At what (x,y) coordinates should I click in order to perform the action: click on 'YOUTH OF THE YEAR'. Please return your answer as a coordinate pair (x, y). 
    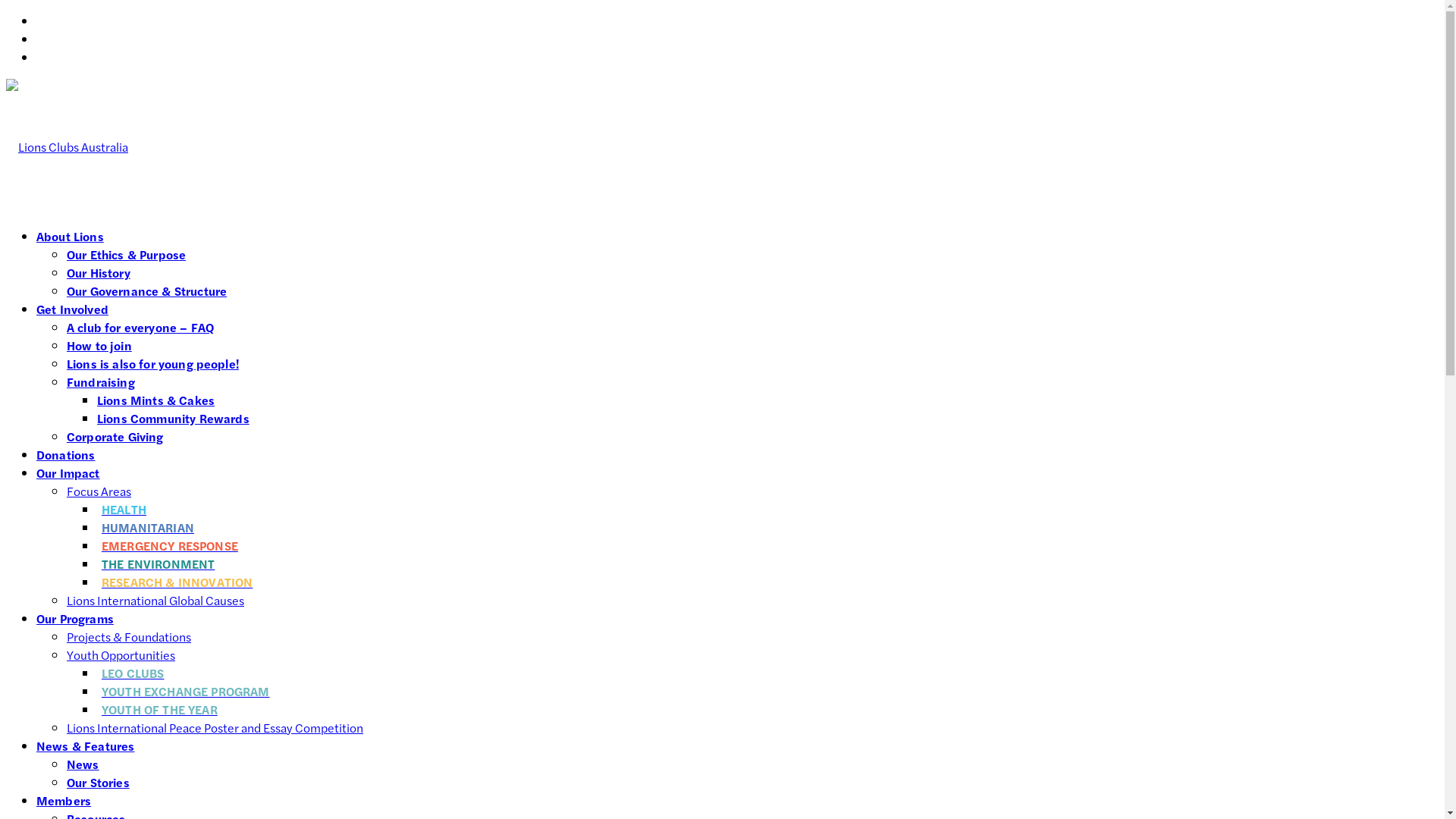
    Looking at the image, I should click on (158, 710).